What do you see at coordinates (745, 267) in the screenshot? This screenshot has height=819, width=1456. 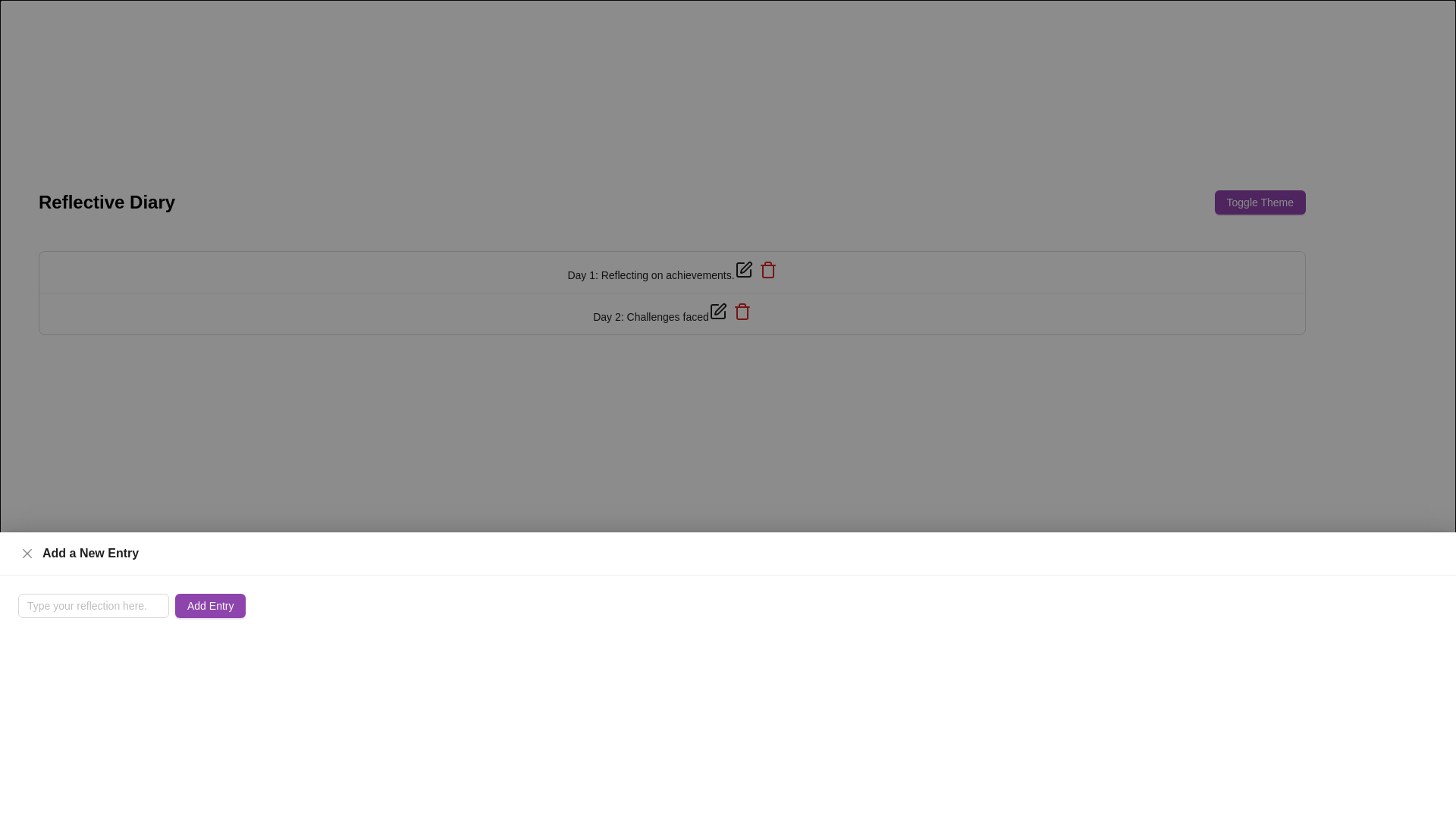 I see `the edit icon located at the upper-right of the entry labeled 'Day 1: Reflecting on achievements.' to initiate the edit mode` at bounding box center [745, 267].